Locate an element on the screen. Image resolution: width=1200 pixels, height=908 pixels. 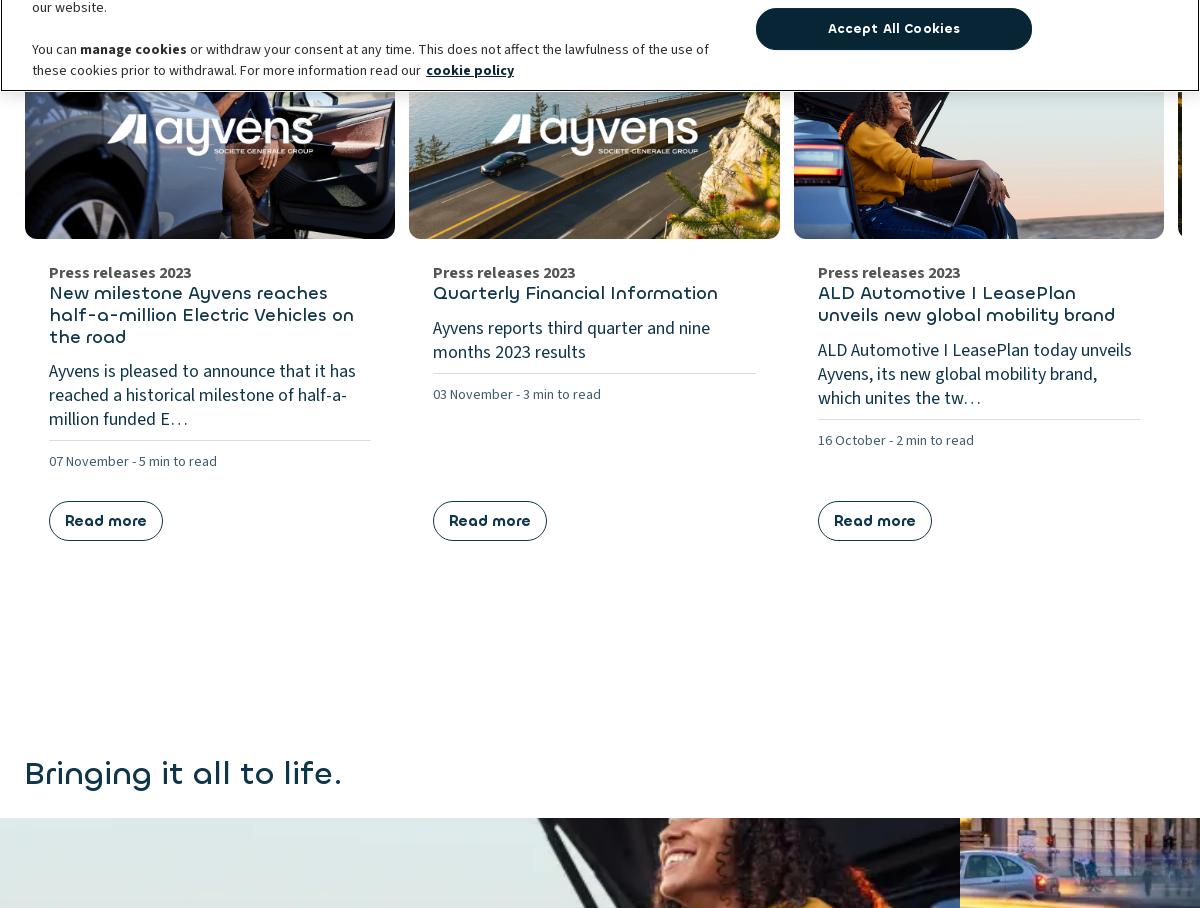
'ALD Automotive I LeasePlan unveils new global mobility brand' is located at coordinates (965, 302).